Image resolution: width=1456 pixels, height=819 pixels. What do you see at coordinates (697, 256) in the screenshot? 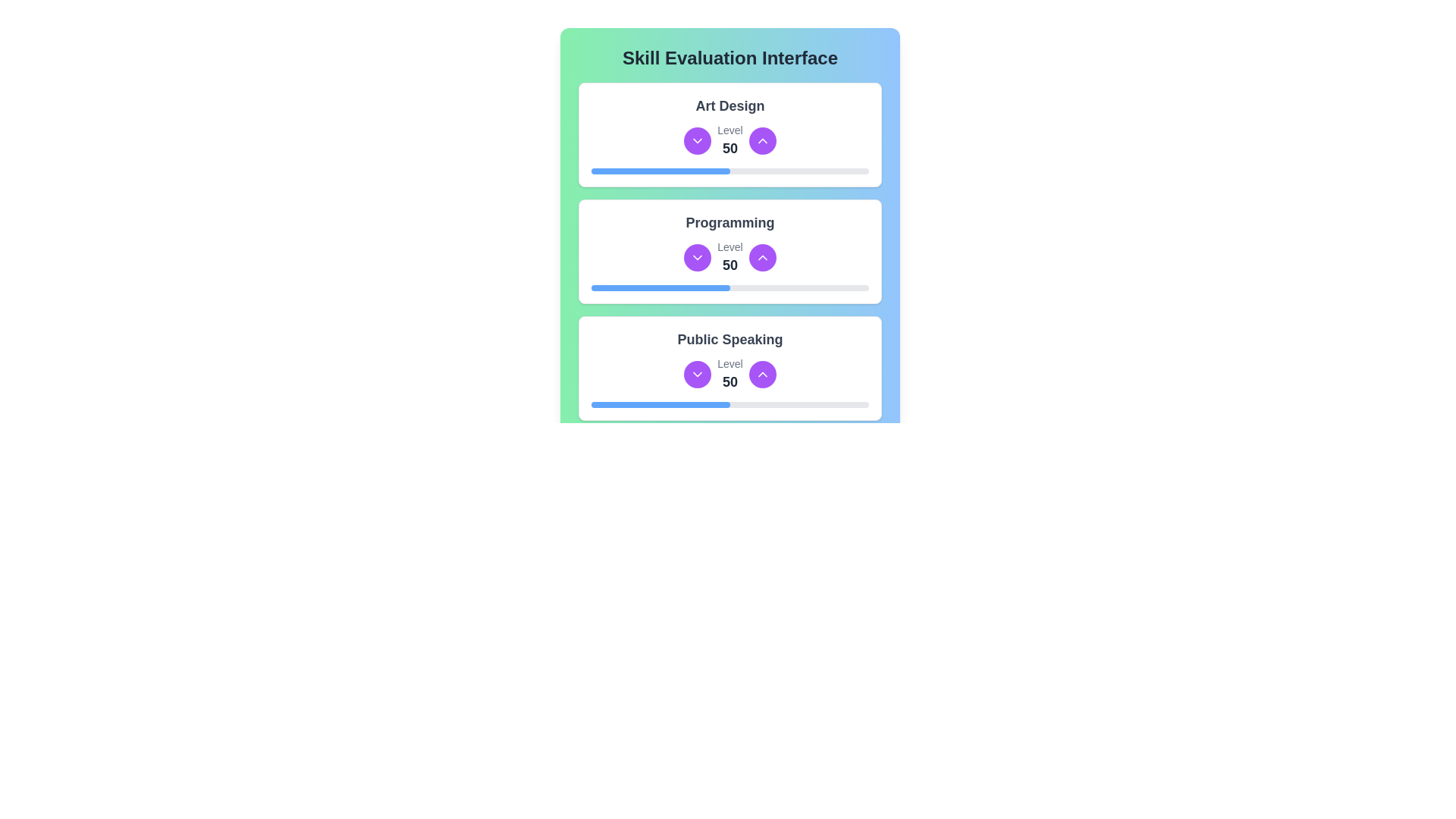
I see `the purple circular button with a white downward chevron located in the 'Programming' card, positioned left of 'Level 50' and above the progress bar` at bounding box center [697, 256].